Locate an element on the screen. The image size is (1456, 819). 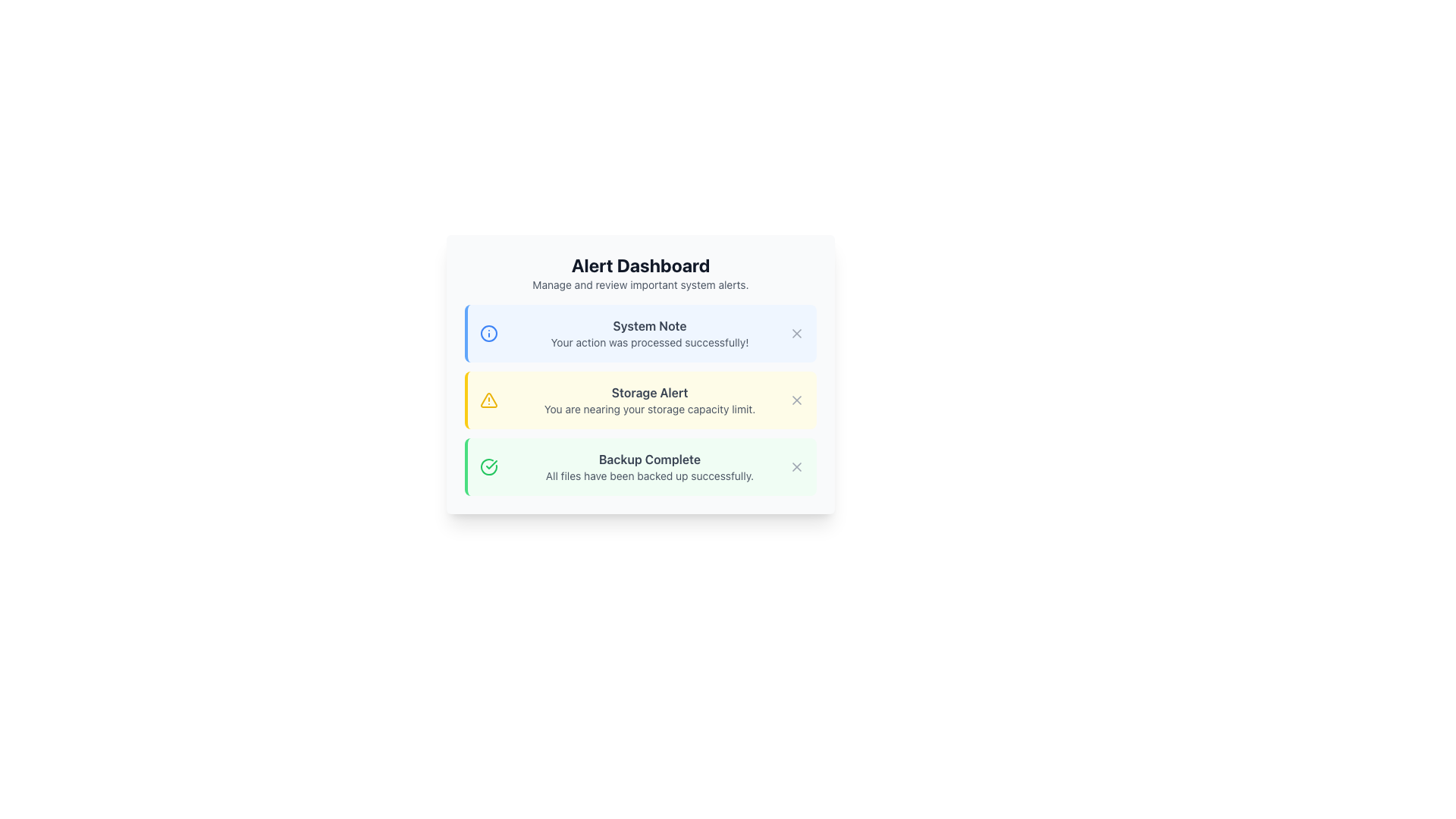
the close button icon located at the top-right corner of the 'Storage Alert' notification to change its color is located at coordinates (796, 400).